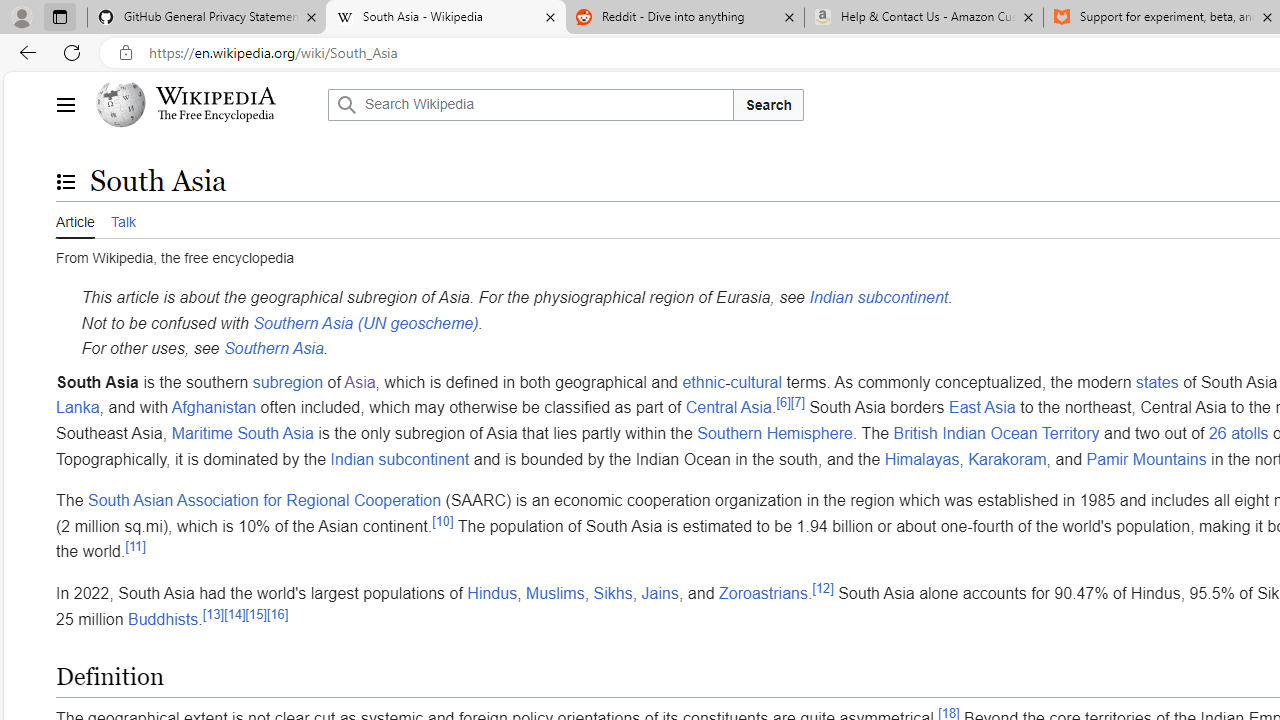 This screenshot has width=1280, height=720. What do you see at coordinates (727, 406) in the screenshot?
I see `'Central Asia'` at bounding box center [727, 406].